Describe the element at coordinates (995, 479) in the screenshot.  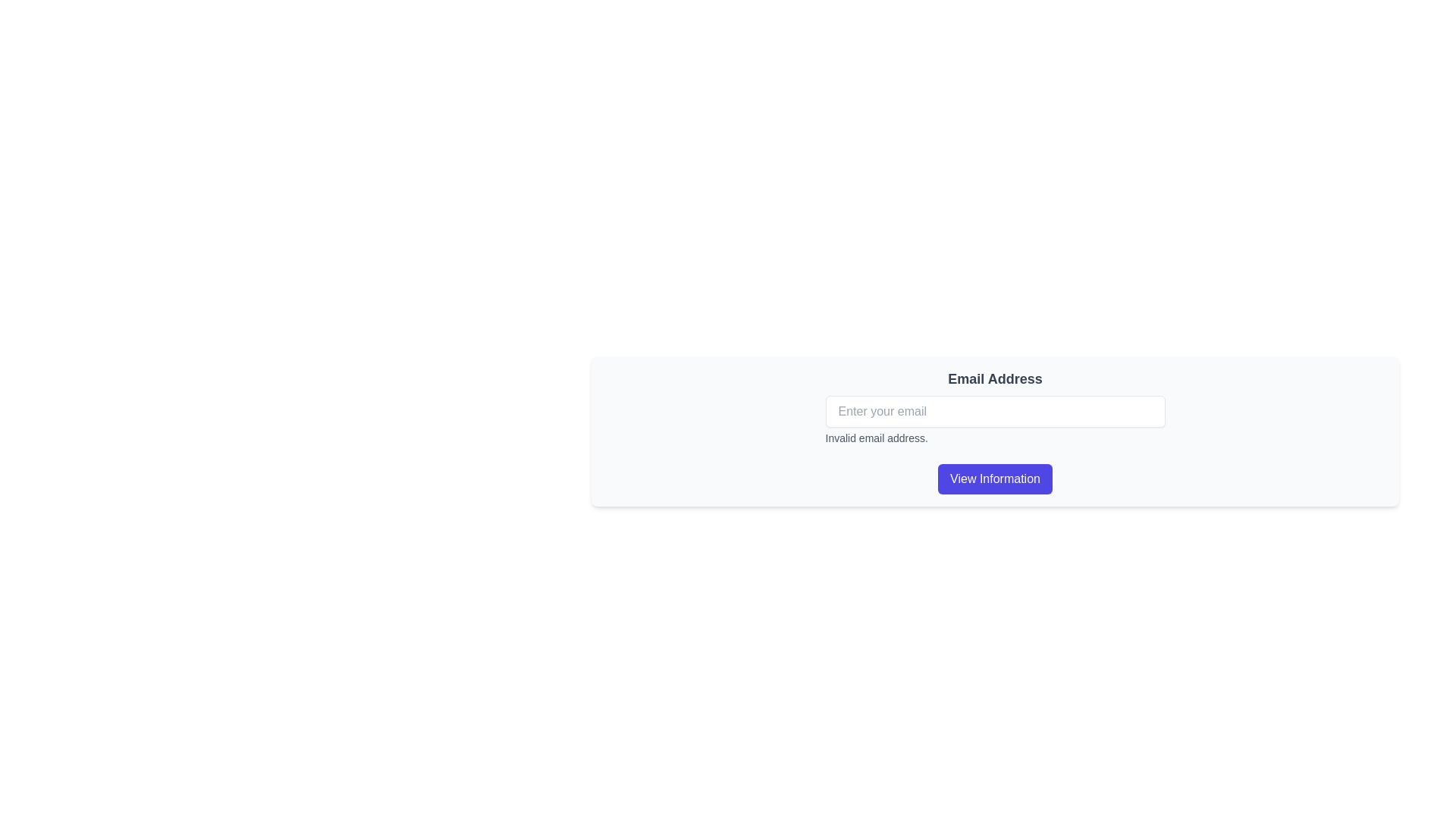
I see `the rectangular button with rounded corners that has white text reading 'View Information' to observe a background color change` at that location.